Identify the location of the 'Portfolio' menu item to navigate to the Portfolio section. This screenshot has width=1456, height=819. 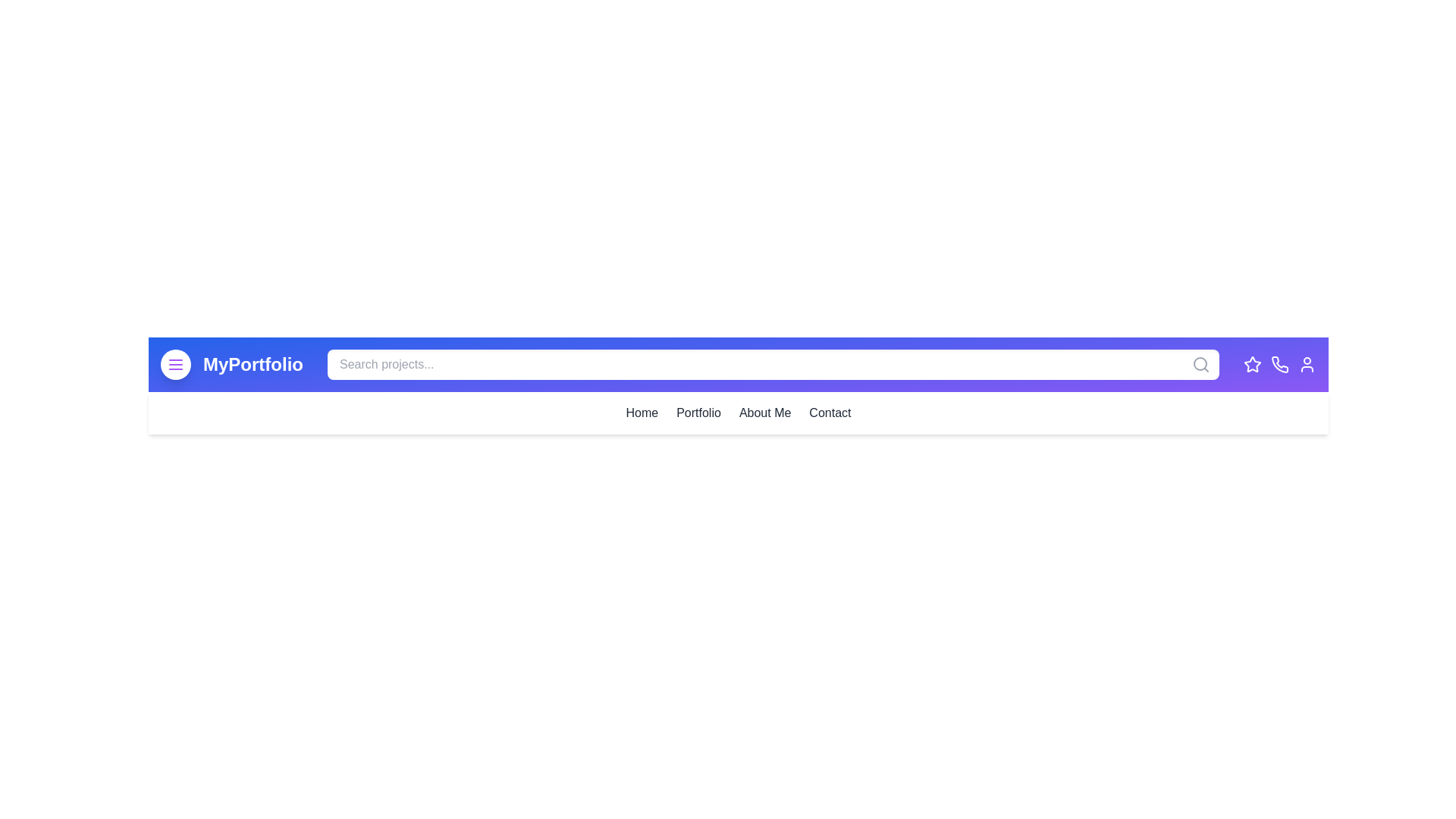
(698, 413).